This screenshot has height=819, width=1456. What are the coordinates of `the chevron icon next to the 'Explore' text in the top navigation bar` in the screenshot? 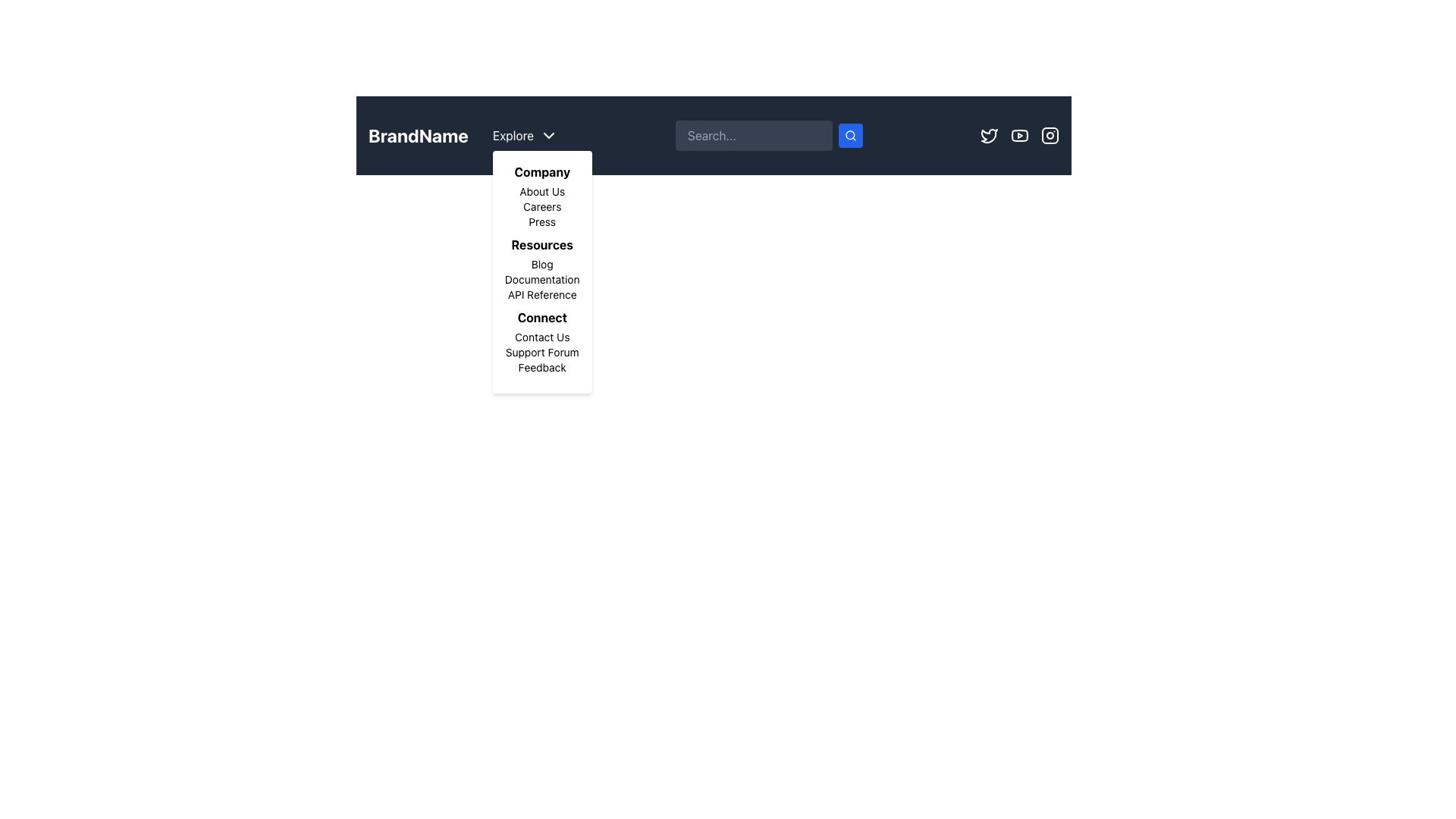 It's located at (548, 134).